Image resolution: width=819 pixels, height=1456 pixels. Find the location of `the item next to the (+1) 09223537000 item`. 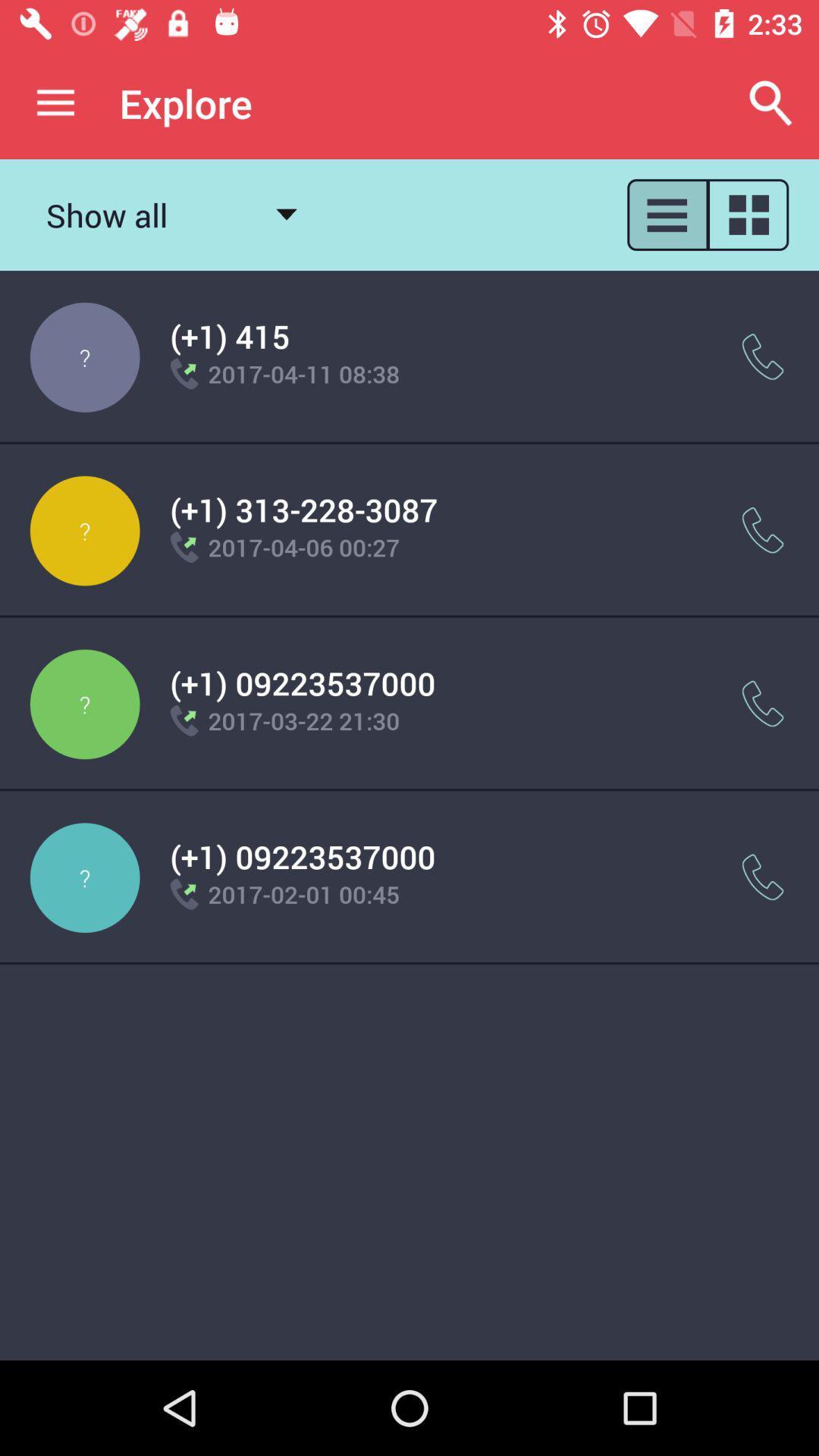

the item next to the (+1) 09223537000 item is located at coordinates (763, 877).